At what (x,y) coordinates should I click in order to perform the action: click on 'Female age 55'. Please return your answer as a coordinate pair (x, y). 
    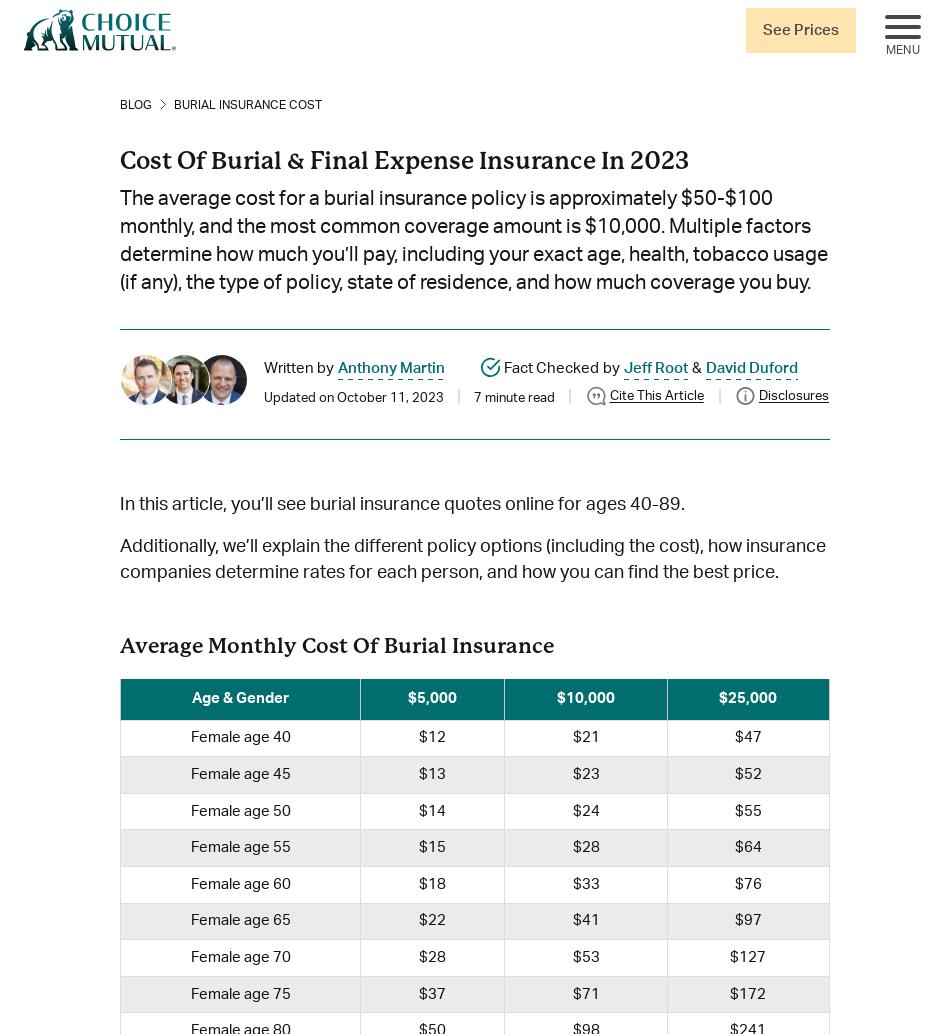
    Looking at the image, I should click on (238, 846).